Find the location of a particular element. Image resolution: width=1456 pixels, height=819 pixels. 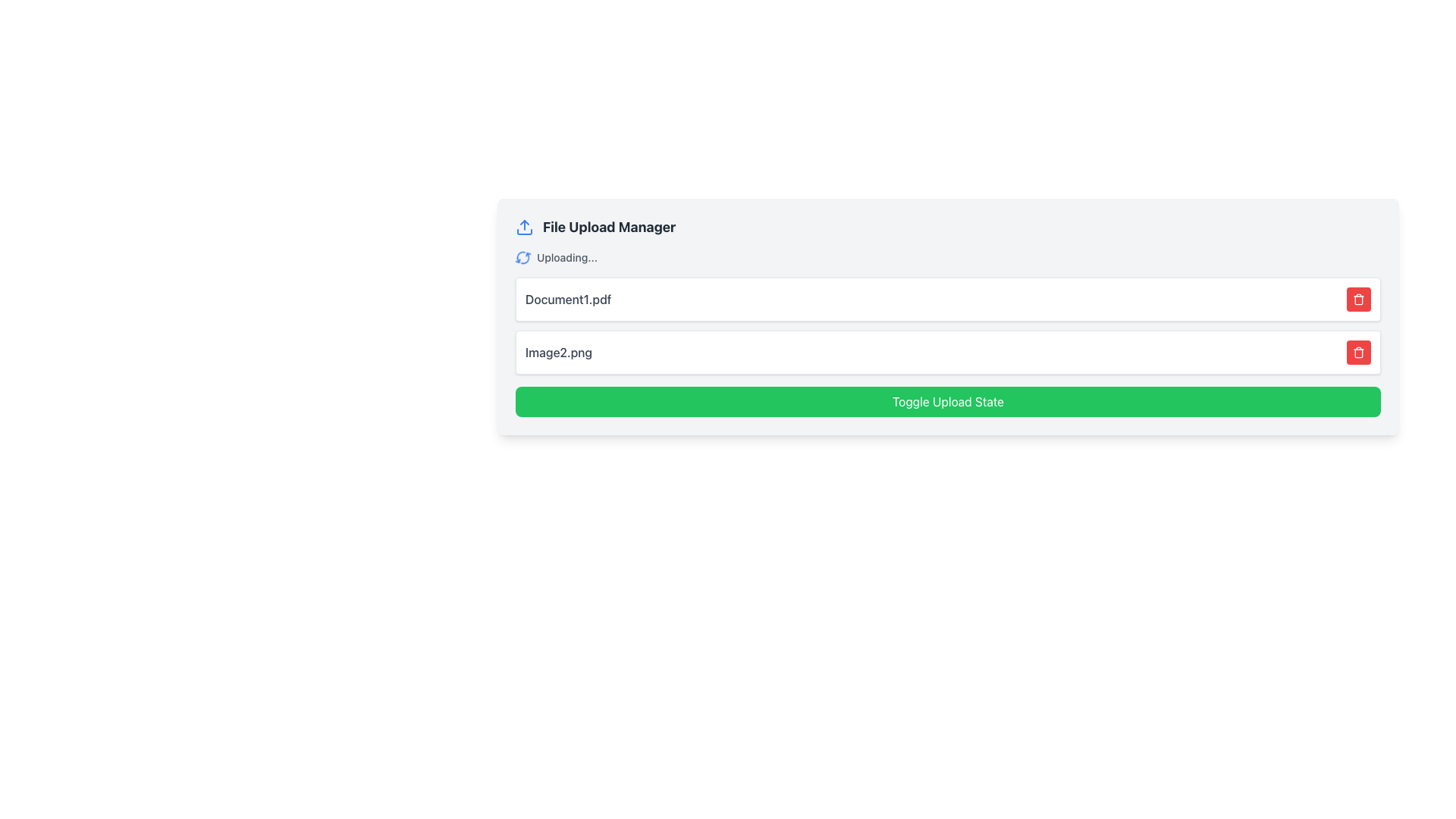

the SVG Icon representing the upload capability in the 'File Upload Manager' interface, located to the left of the 'File Upload Manager' text in the header bar is located at coordinates (524, 227).